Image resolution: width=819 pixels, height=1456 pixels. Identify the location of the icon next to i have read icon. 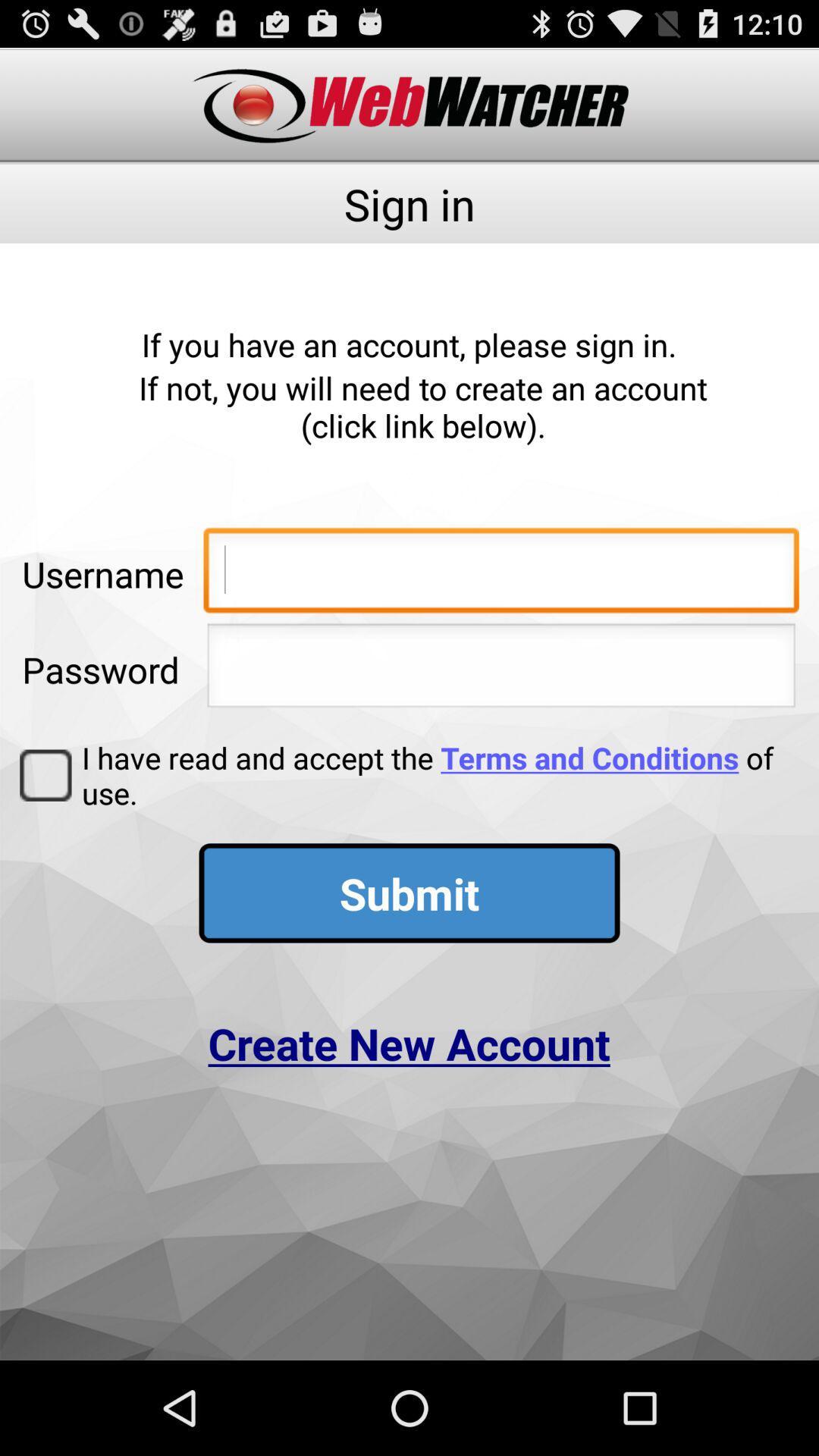
(45, 775).